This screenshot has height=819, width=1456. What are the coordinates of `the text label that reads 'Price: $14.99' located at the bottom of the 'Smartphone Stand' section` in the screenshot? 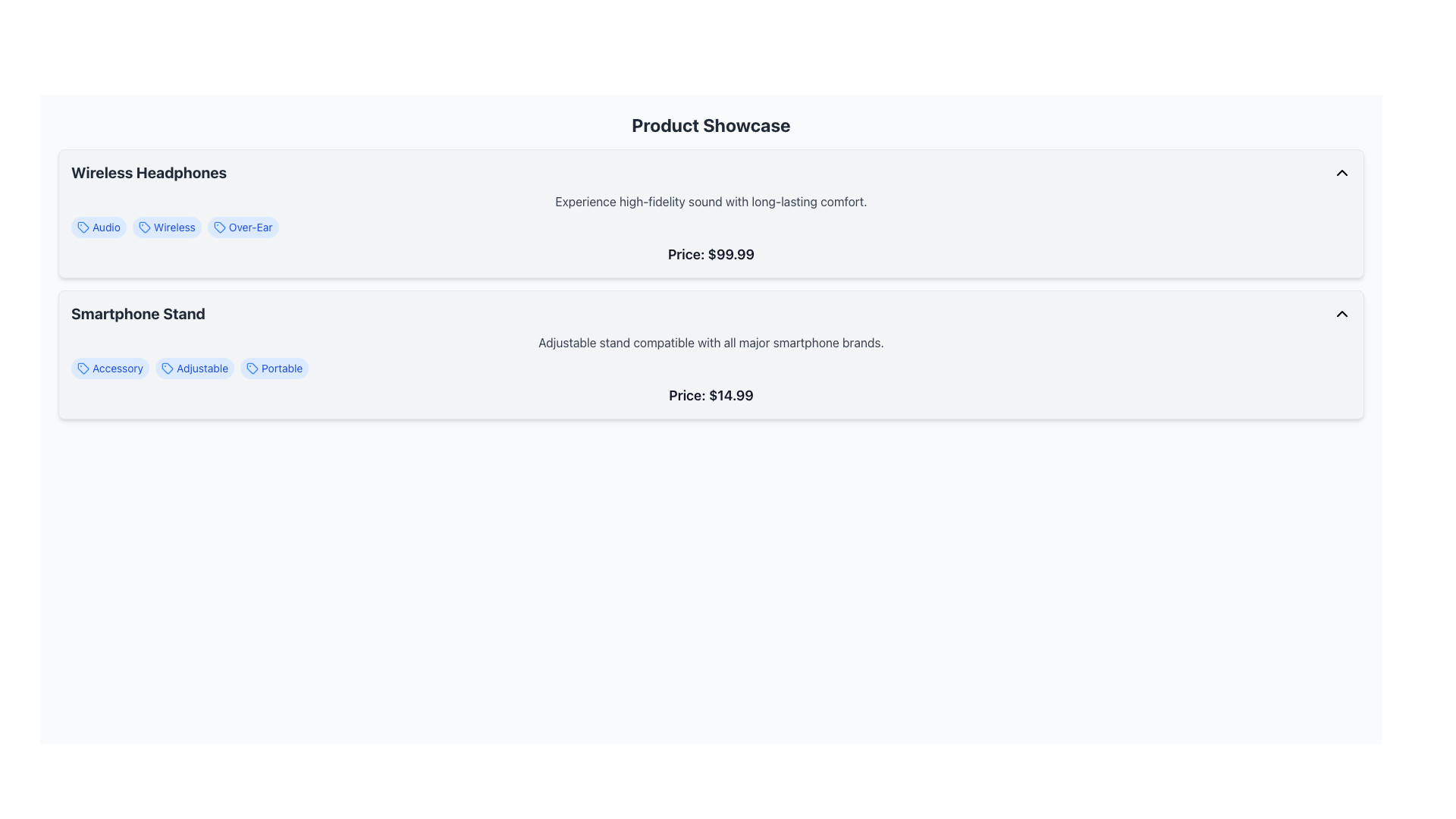 It's located at (710, 394).